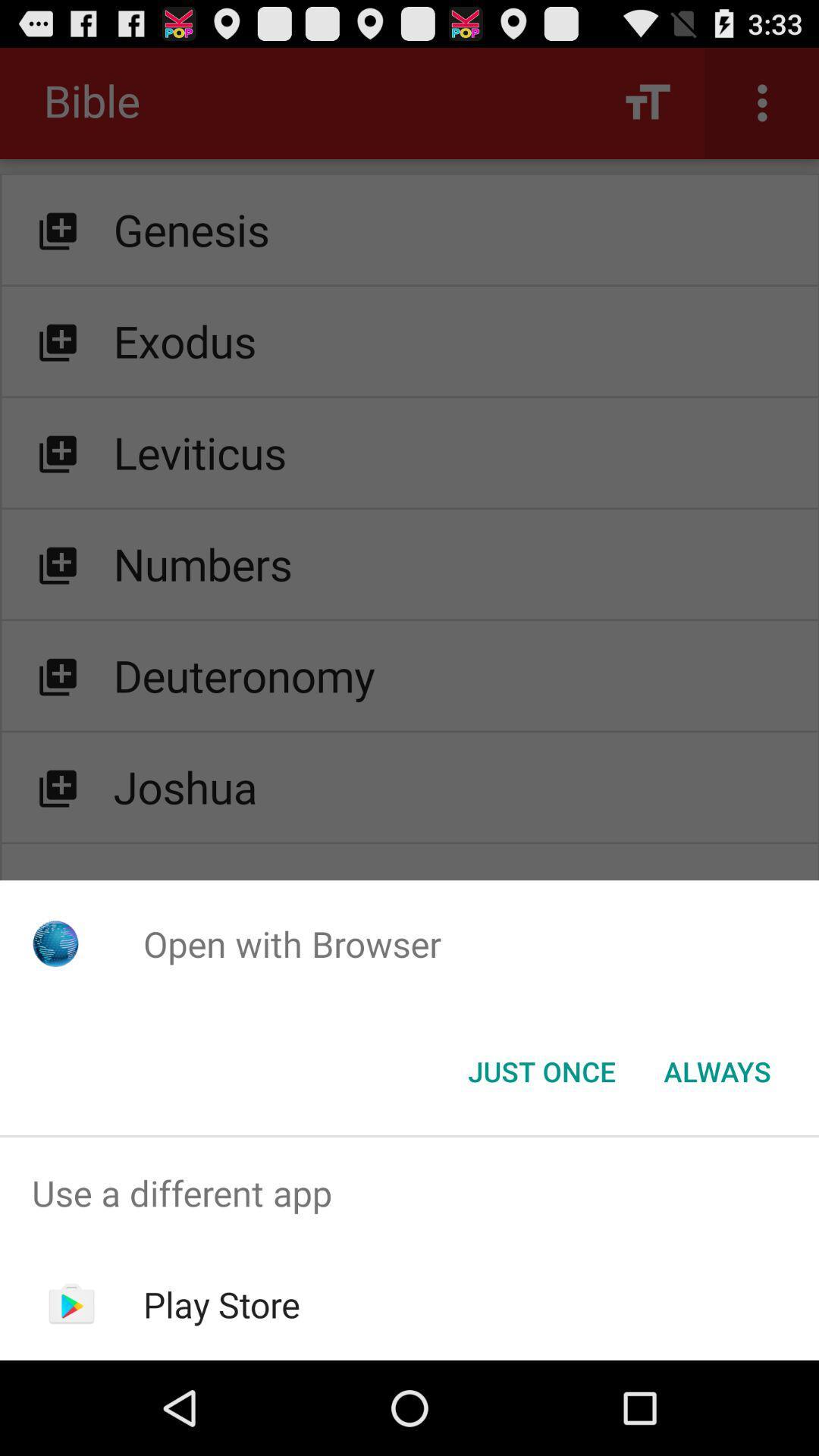 This screenshot has width=819, height=1456. Describe the element at coordinates (717, 1070) in the screenshot. I see `the icon next to the just once` at that location.